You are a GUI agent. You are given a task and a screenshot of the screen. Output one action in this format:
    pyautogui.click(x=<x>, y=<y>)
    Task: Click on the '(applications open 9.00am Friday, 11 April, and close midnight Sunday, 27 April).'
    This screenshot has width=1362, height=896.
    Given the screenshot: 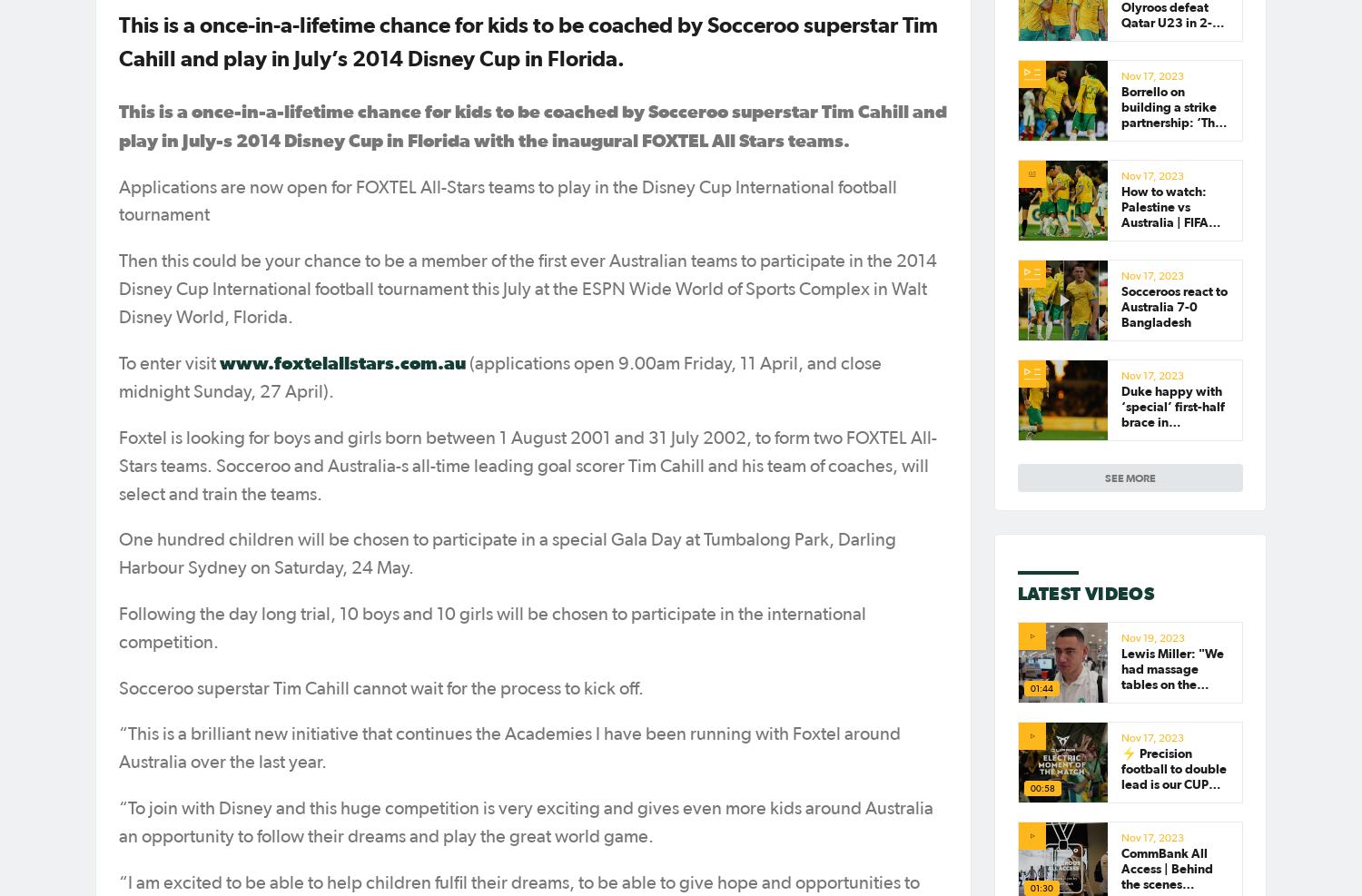 What is the action you would take?
    pyautogui.click(x=499, y=378)
    